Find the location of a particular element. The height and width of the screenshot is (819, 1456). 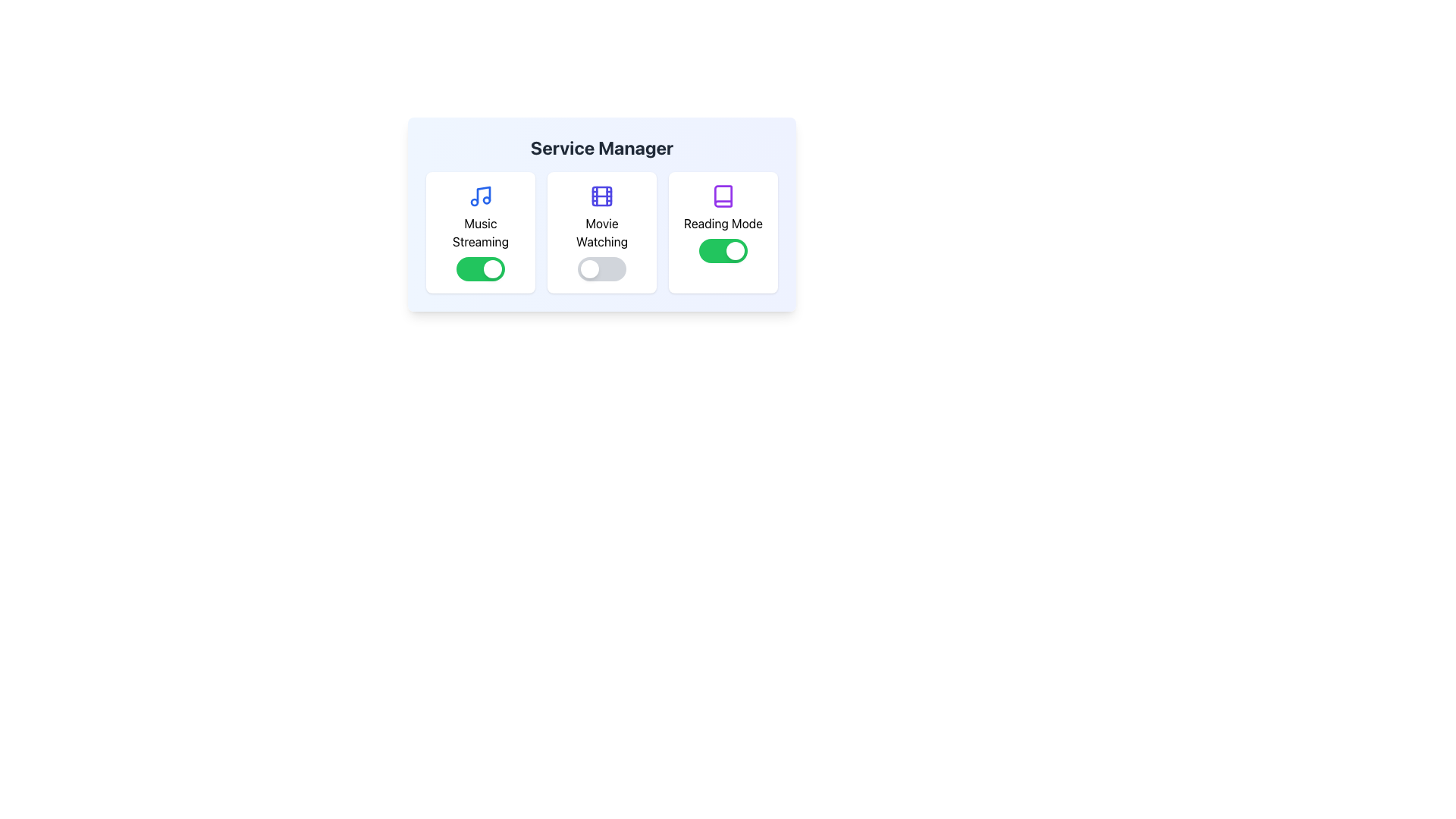

the 'Movie Watching' card element, which features a film strip icon, the label 'Movie Watching', and a toggle switch at the bottom is located at coordinates (601, 233).